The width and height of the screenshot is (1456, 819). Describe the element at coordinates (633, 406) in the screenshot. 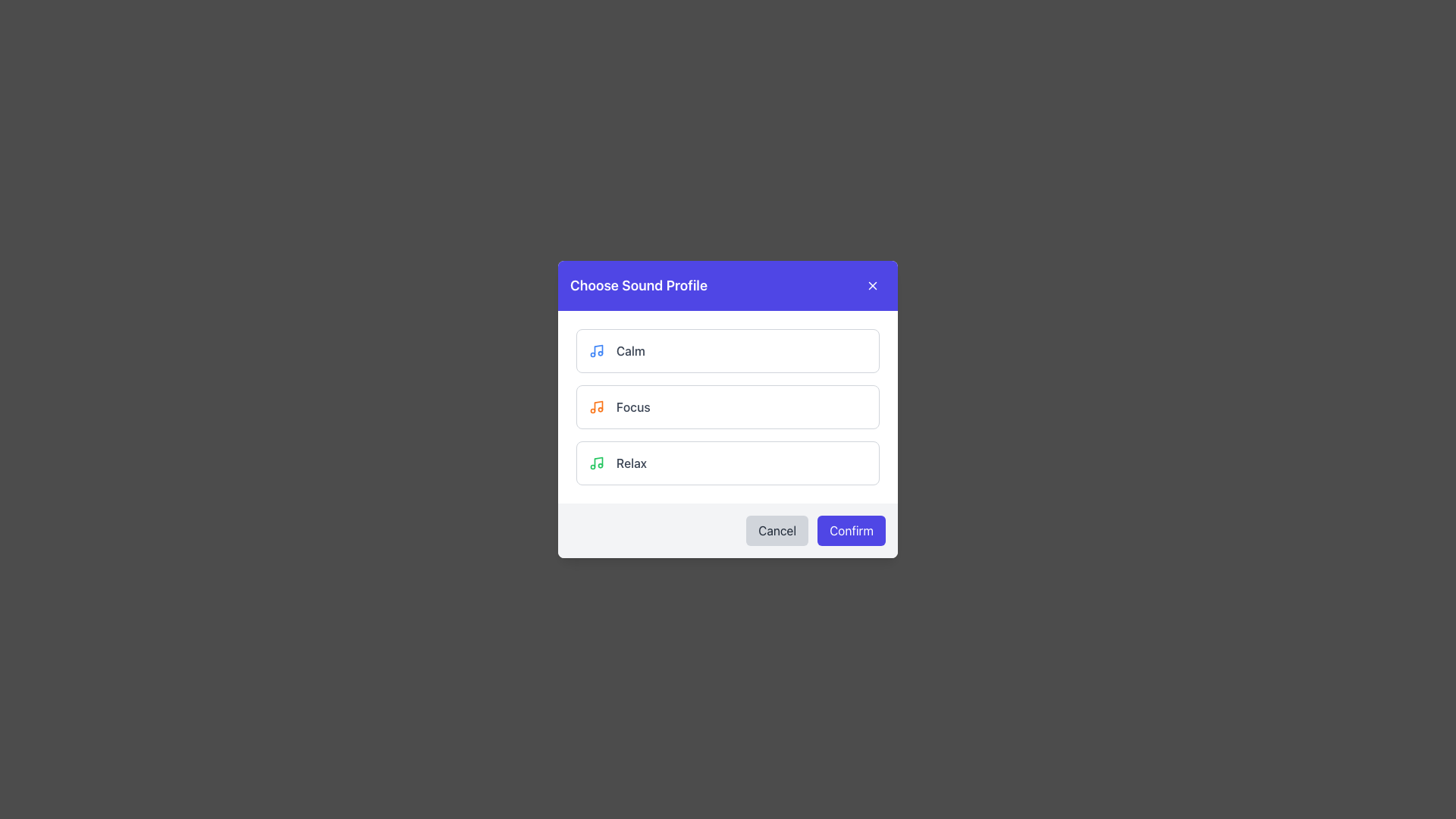

I see `the text label displaying the word 'Focus', which is in a medium gray font and is located in the second option row of the sound profiles list, next to an orange musical note icon` at that location.